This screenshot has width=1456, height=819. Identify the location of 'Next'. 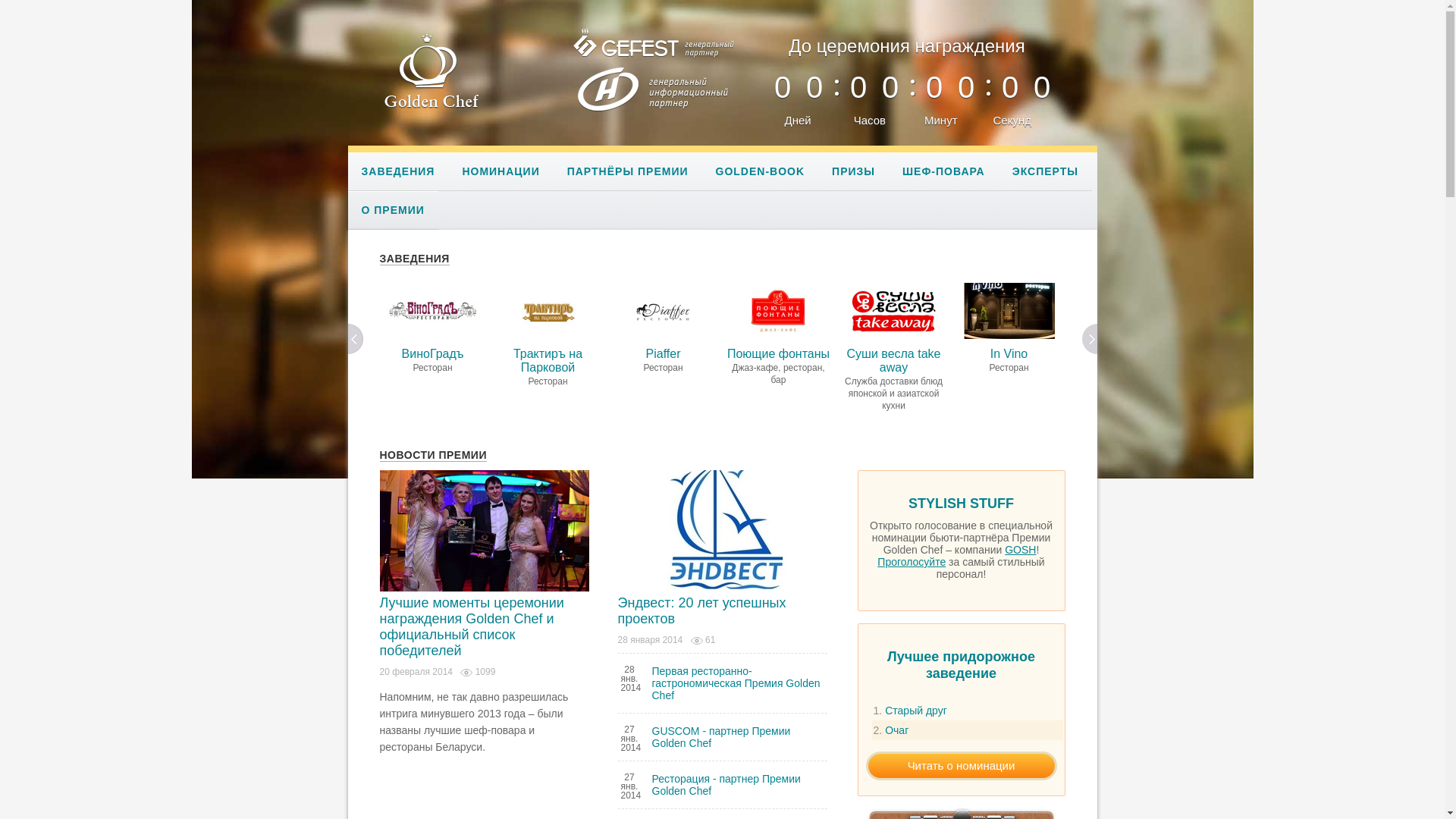
(1090, 338).